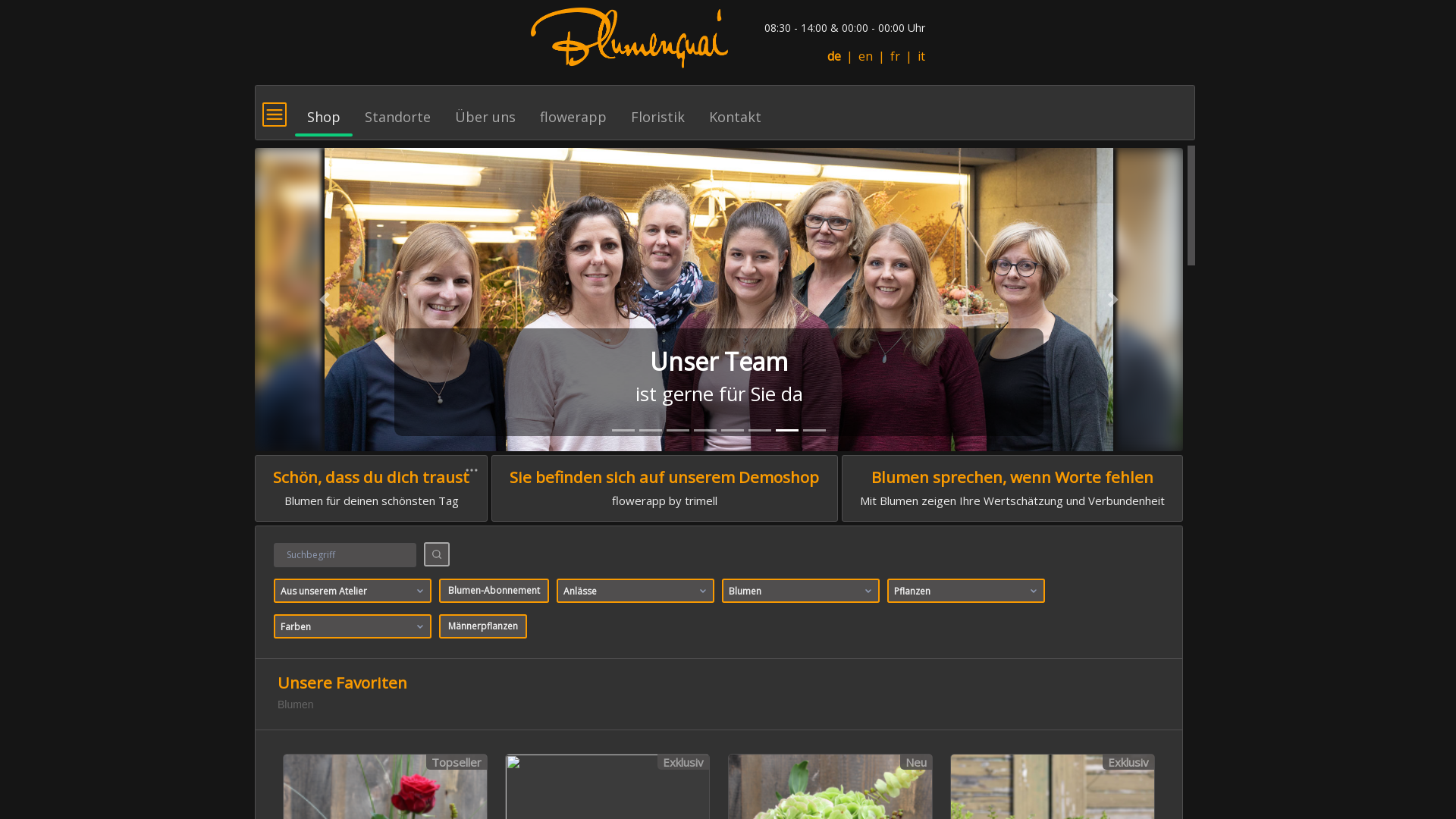 The height and width of the screenshot is (819, 1456). Describe the element at coordinates (735, 109) in the screenshot. I see `'Kontakt'` at that location.